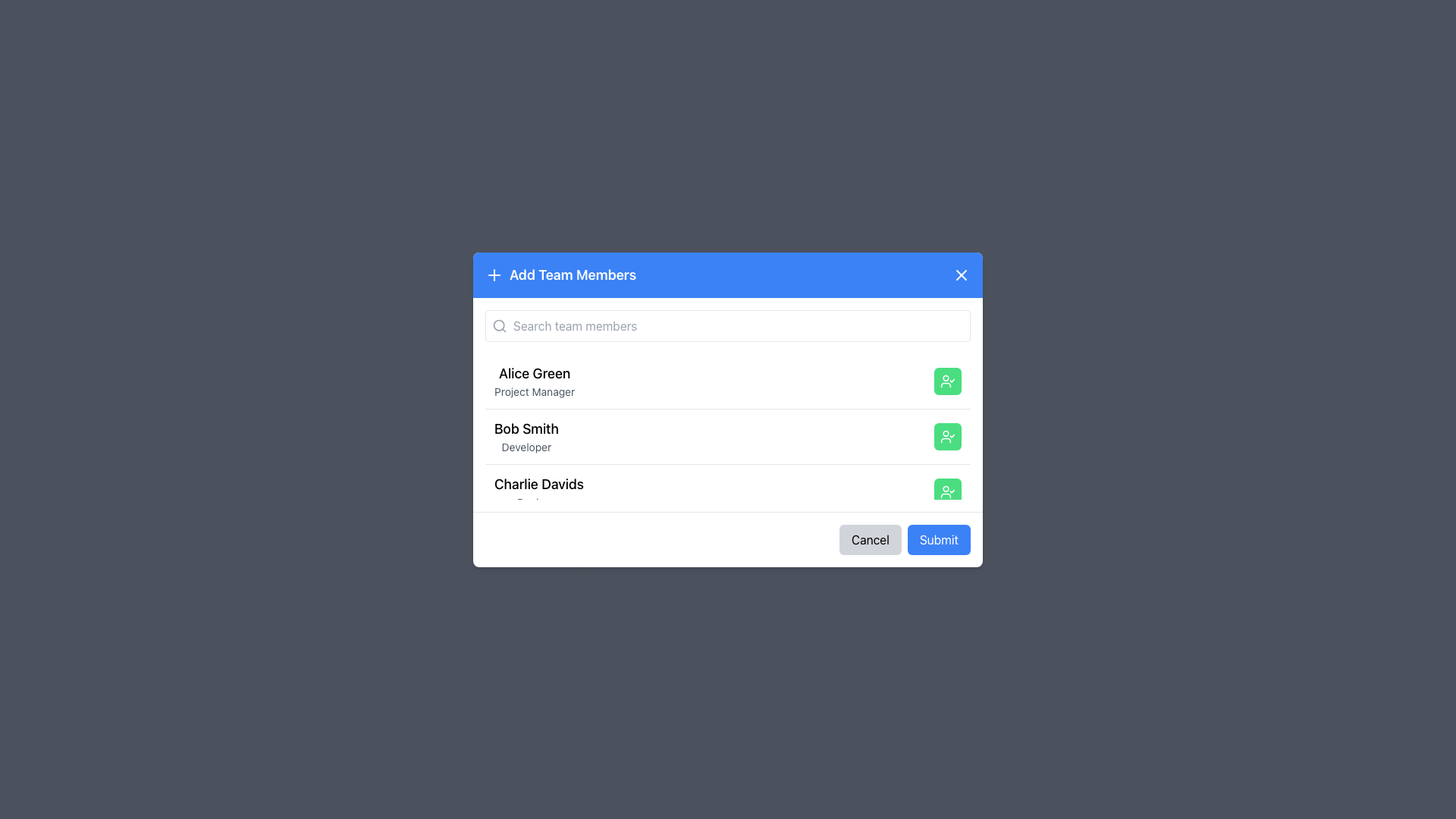 Image resolution: width=1456 pixels, height=819 pixels. I want to click on the text block displaying 'Alice Green' and 'Project Manager', the first item in the team members list, located below the search bar, so click(535, 380).